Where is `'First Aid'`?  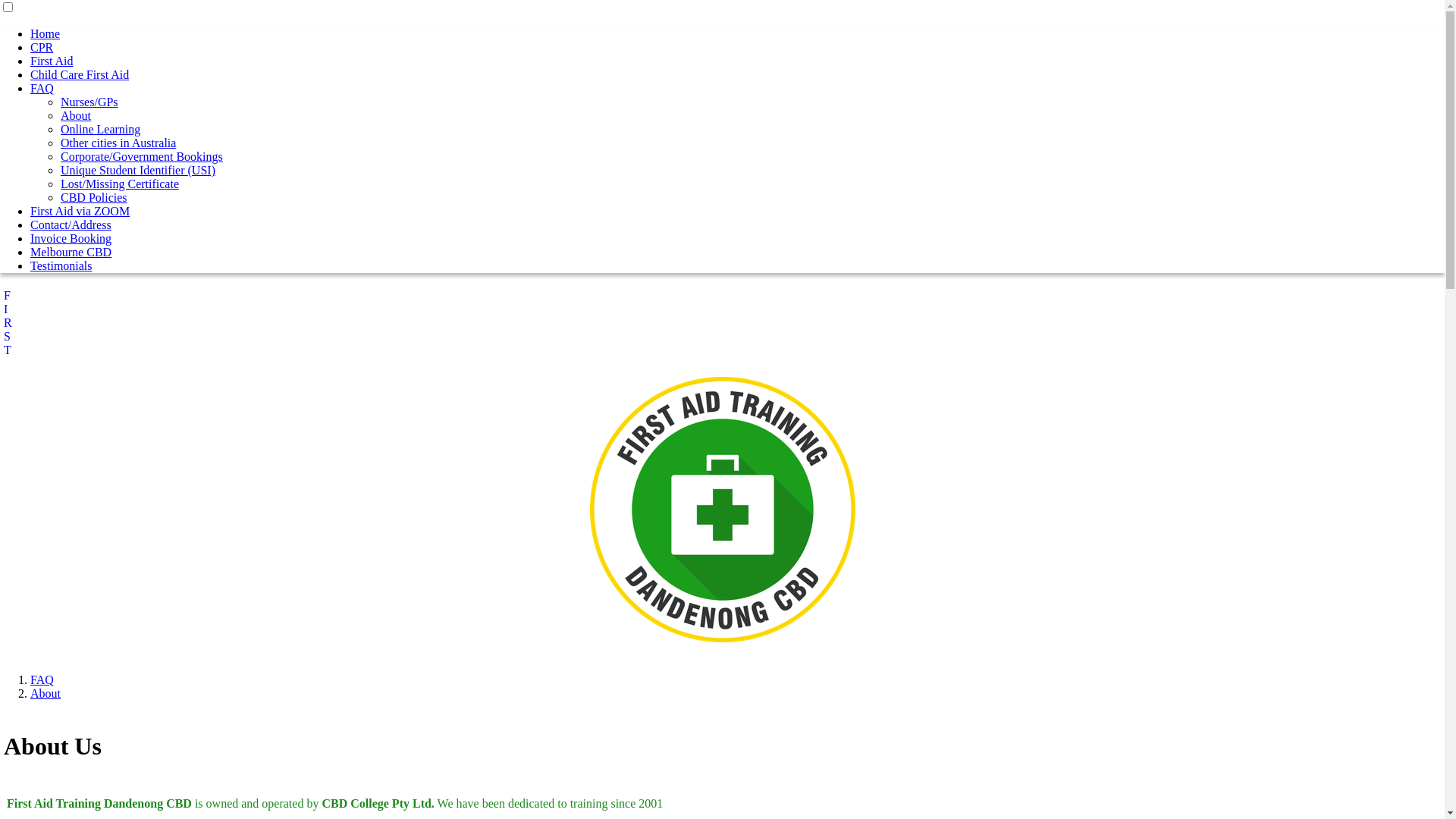
'First Aid' is located at coordinates (51, 60).